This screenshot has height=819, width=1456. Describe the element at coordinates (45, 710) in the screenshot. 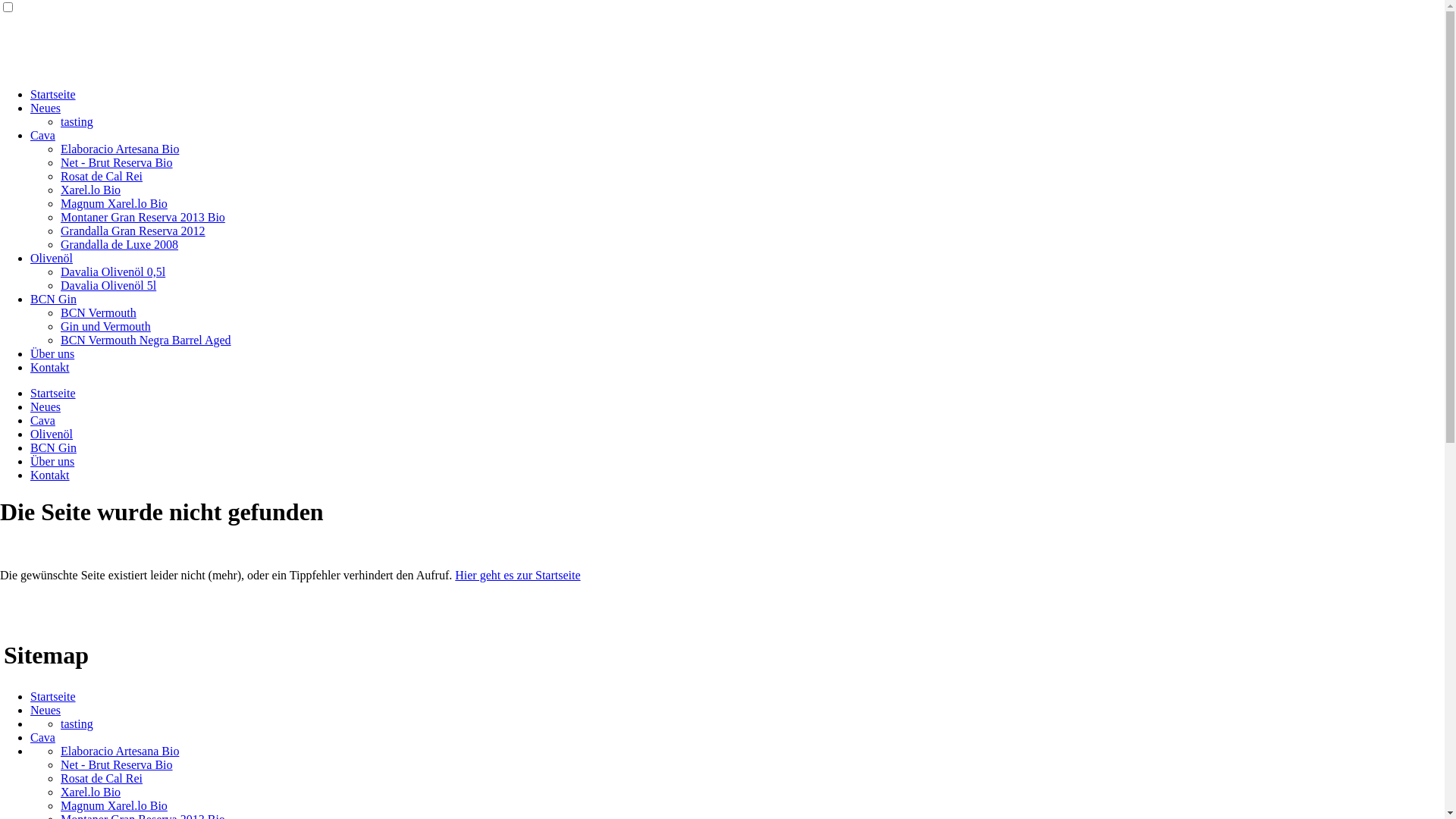

I see `'Neues'` at that location.